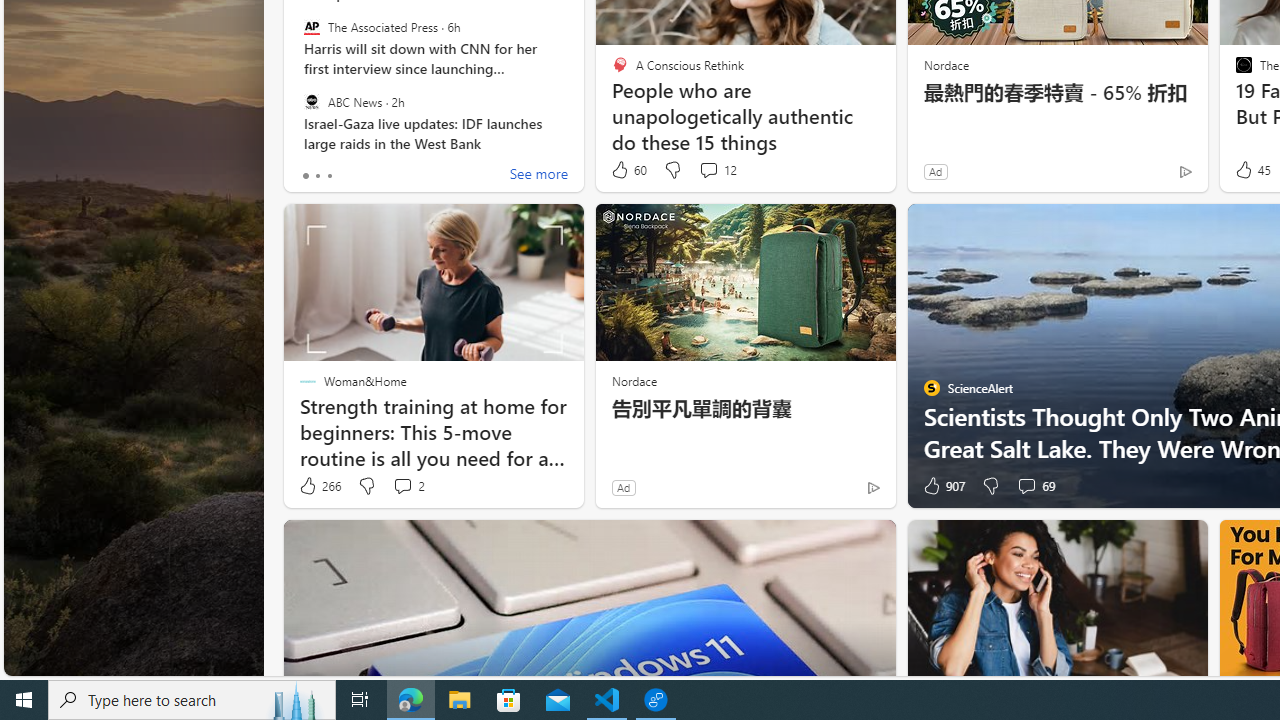 The image size is (1280, 720). What do you see at coordinates (941, 486) in the screenshot?
I see `'907 Like'` at bounding box center [941, 486].